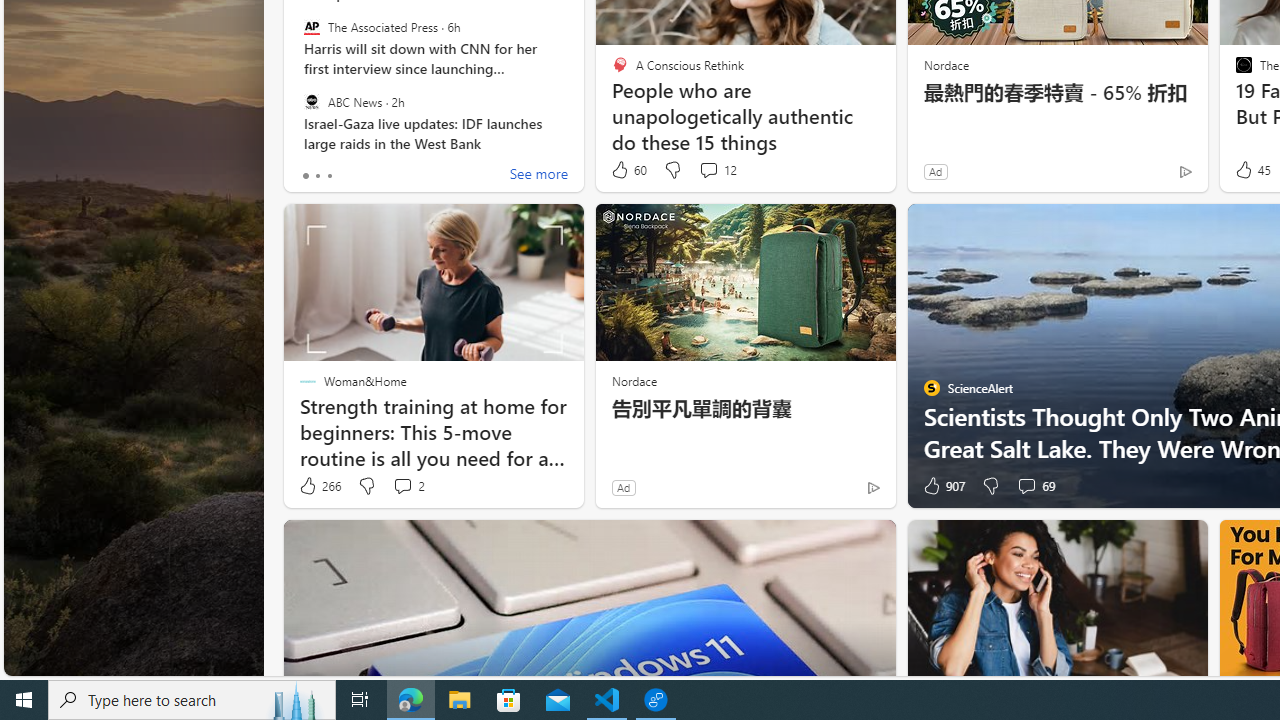 The image size is (1280, 720). What do you see at coordinates (941, 486) in the screenshot?
I see `'907 Like'` at bounding box center [941, 486].